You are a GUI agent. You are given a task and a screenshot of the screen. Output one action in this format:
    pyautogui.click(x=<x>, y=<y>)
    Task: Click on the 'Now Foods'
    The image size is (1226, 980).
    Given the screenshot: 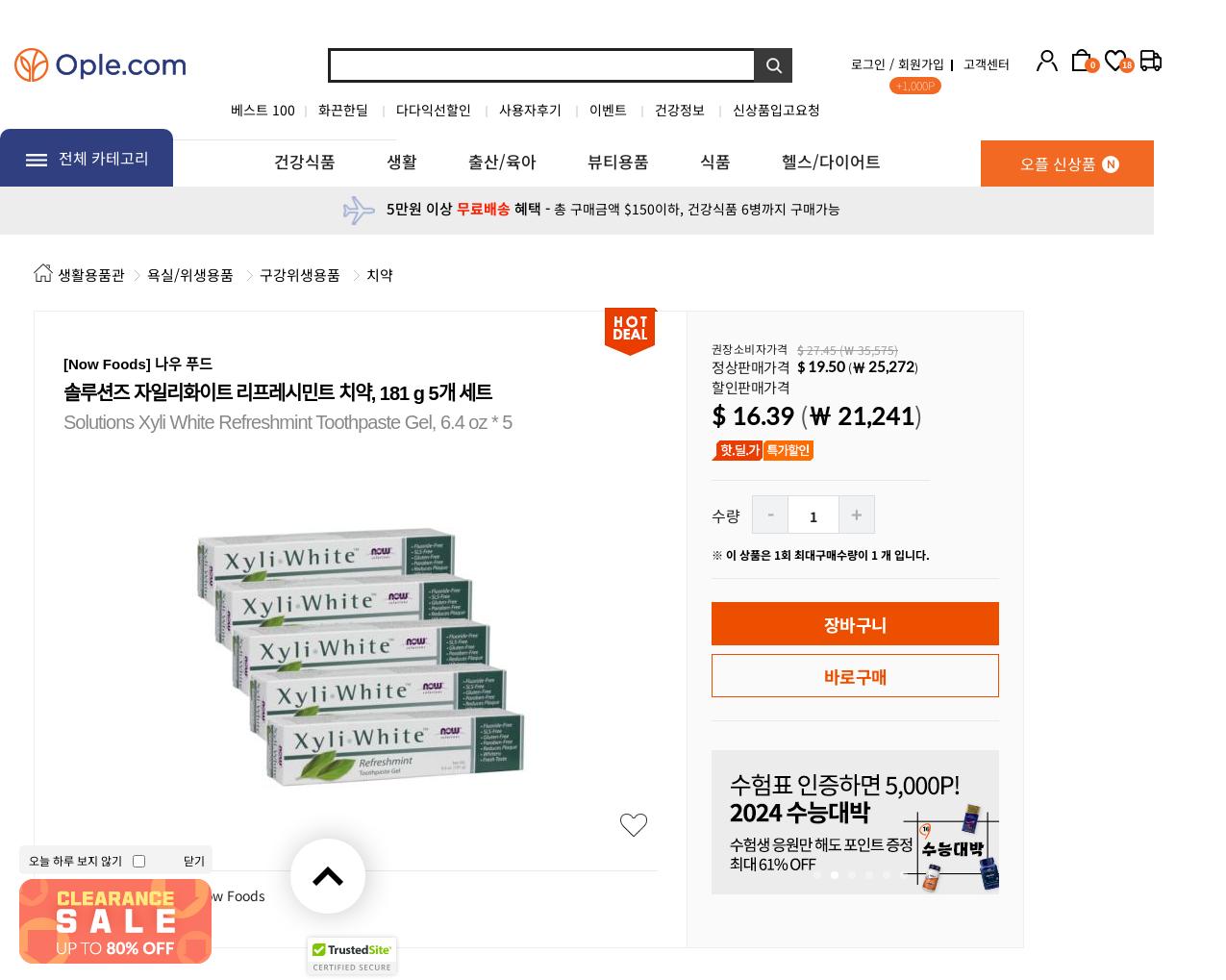 What is the action you would take?
    pyautogui.click(x=229, y=893)
    